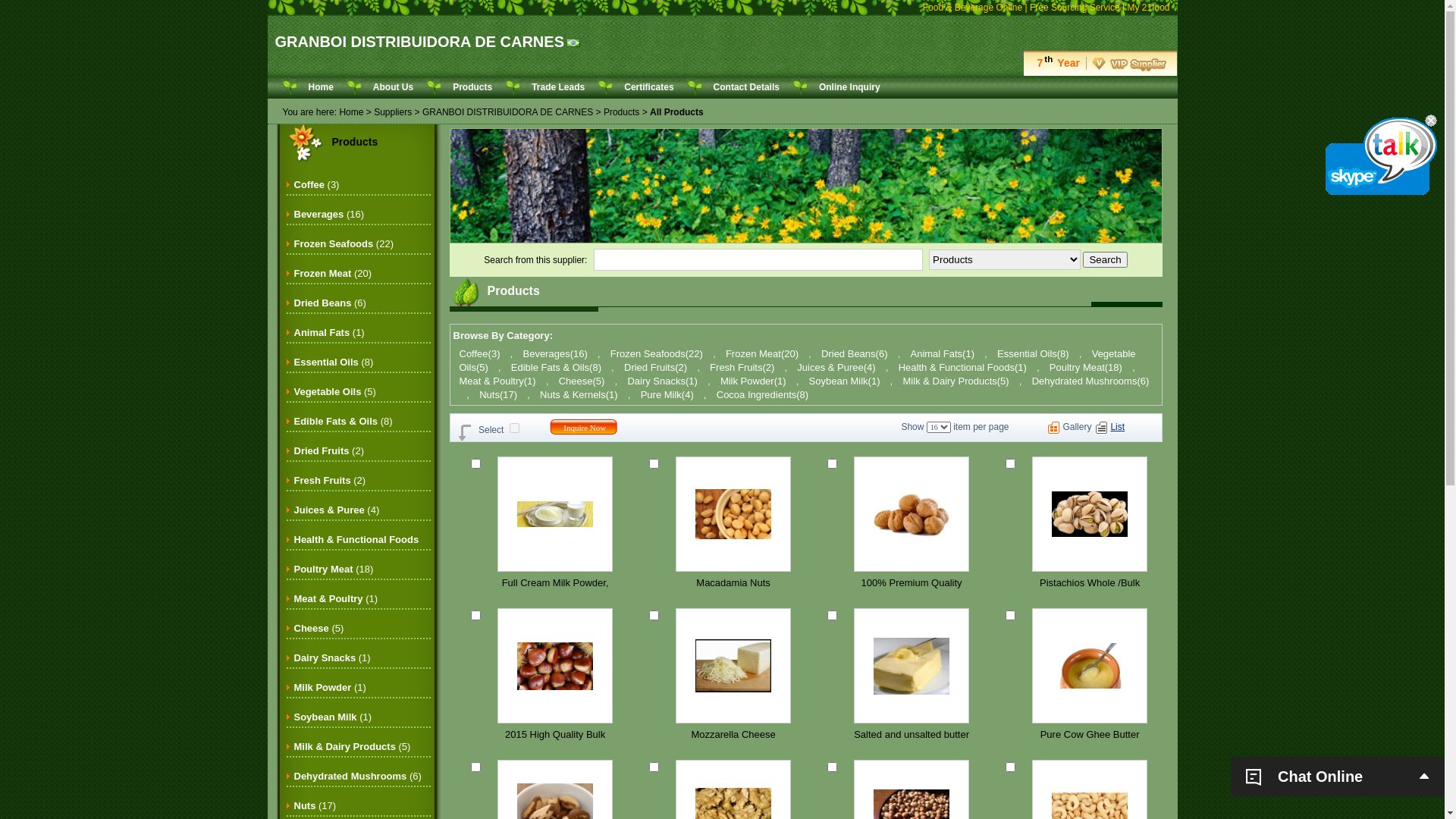 This screenshot has height=819, width=1456. Describe the element at coordinates (818, 87) in the screenshot. I see `'Online Inquiry'` at that location.